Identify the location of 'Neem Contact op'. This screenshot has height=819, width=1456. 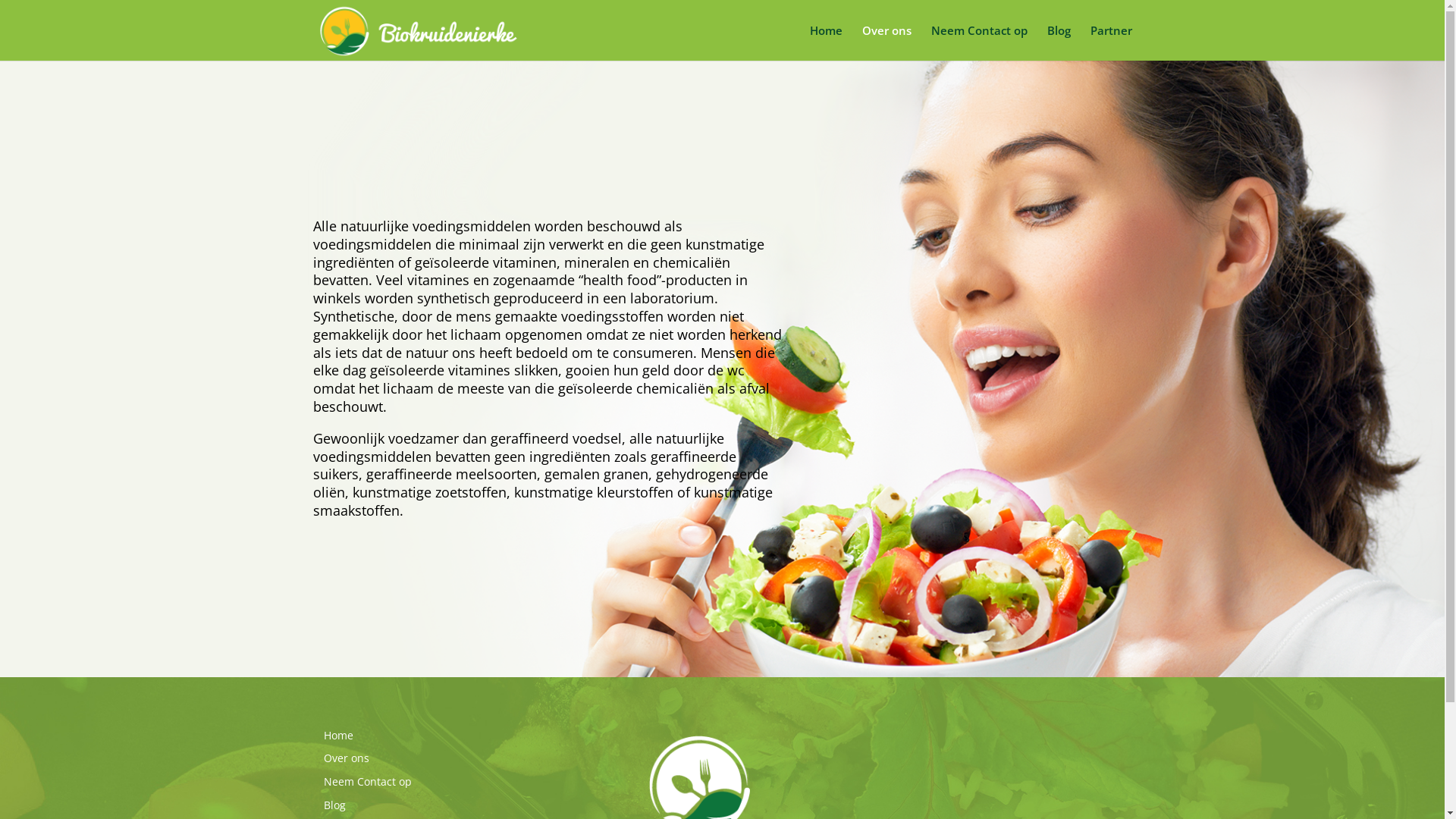
(322, 781).